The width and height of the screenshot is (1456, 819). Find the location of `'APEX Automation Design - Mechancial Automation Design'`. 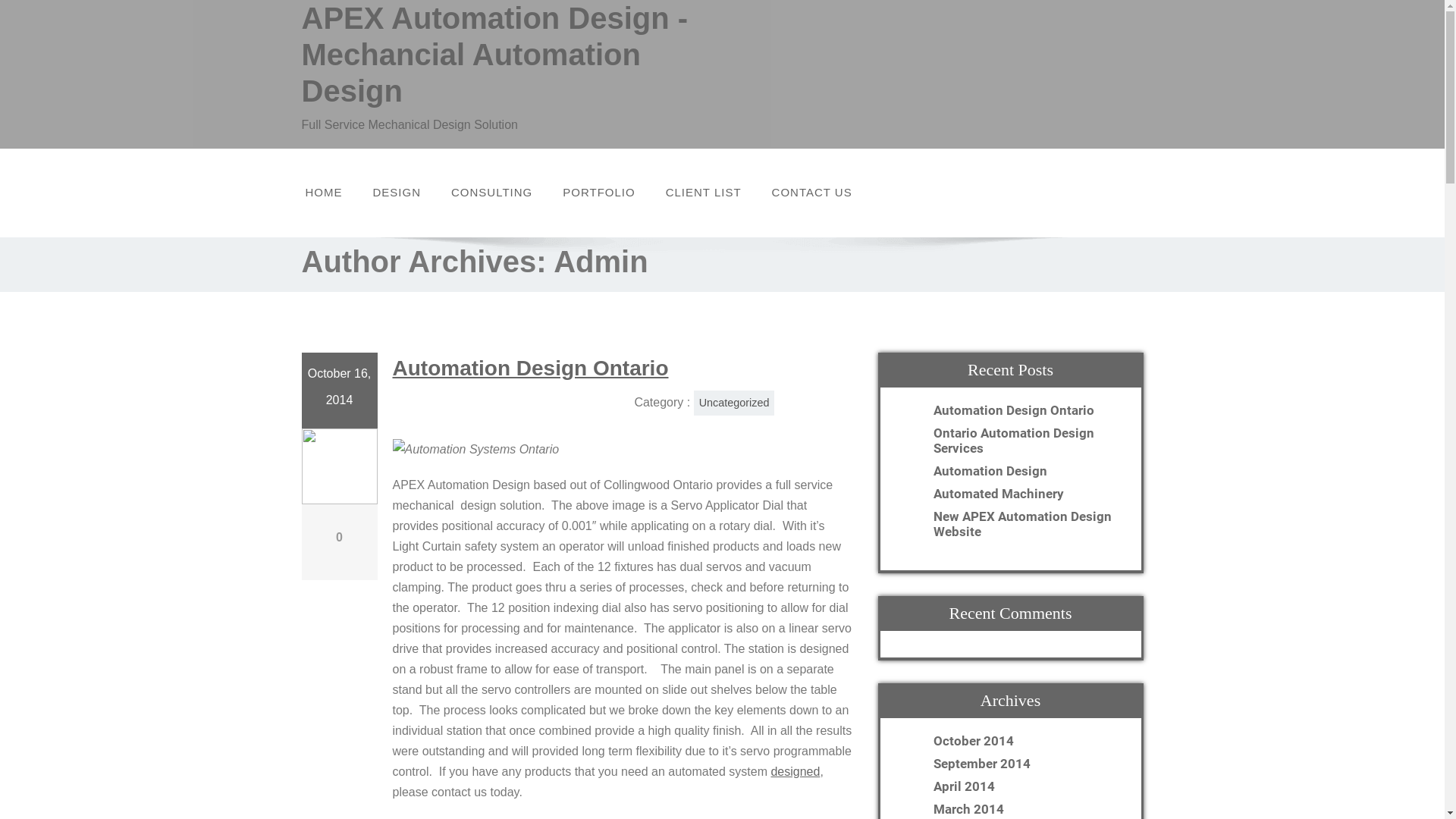

'APEX Automation Design - Mechancial Automation Design' is located at coordinates (506, 54).